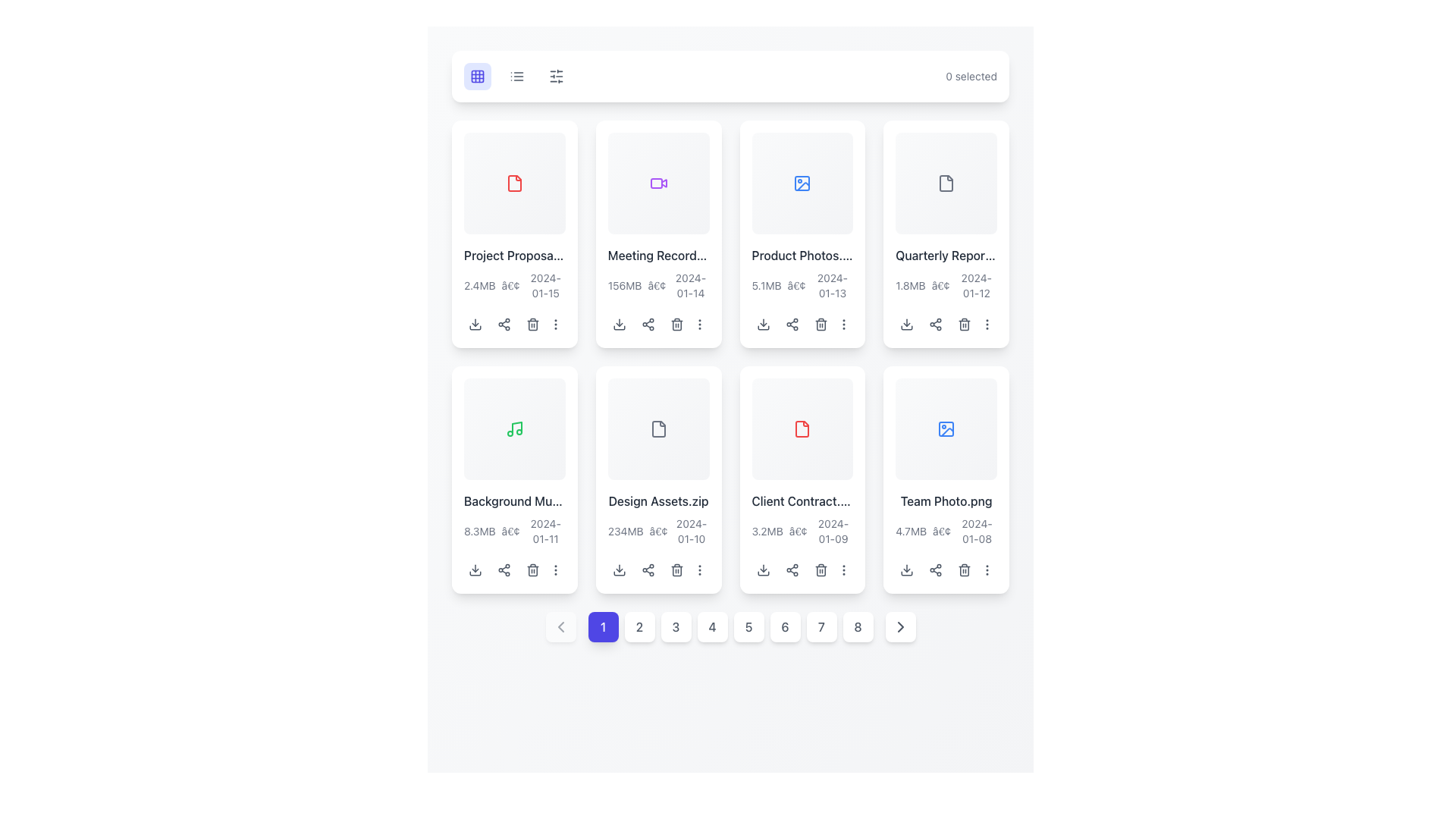 The width and height of the screenshot is (1456, 819). What do you see at coordinates (555, 570) in the screenshot?
I see `the ellipsis icon button located at the rightmost position in the row of buttons below the 'Background Music.mp3' card` at bounding box center [555, 570].